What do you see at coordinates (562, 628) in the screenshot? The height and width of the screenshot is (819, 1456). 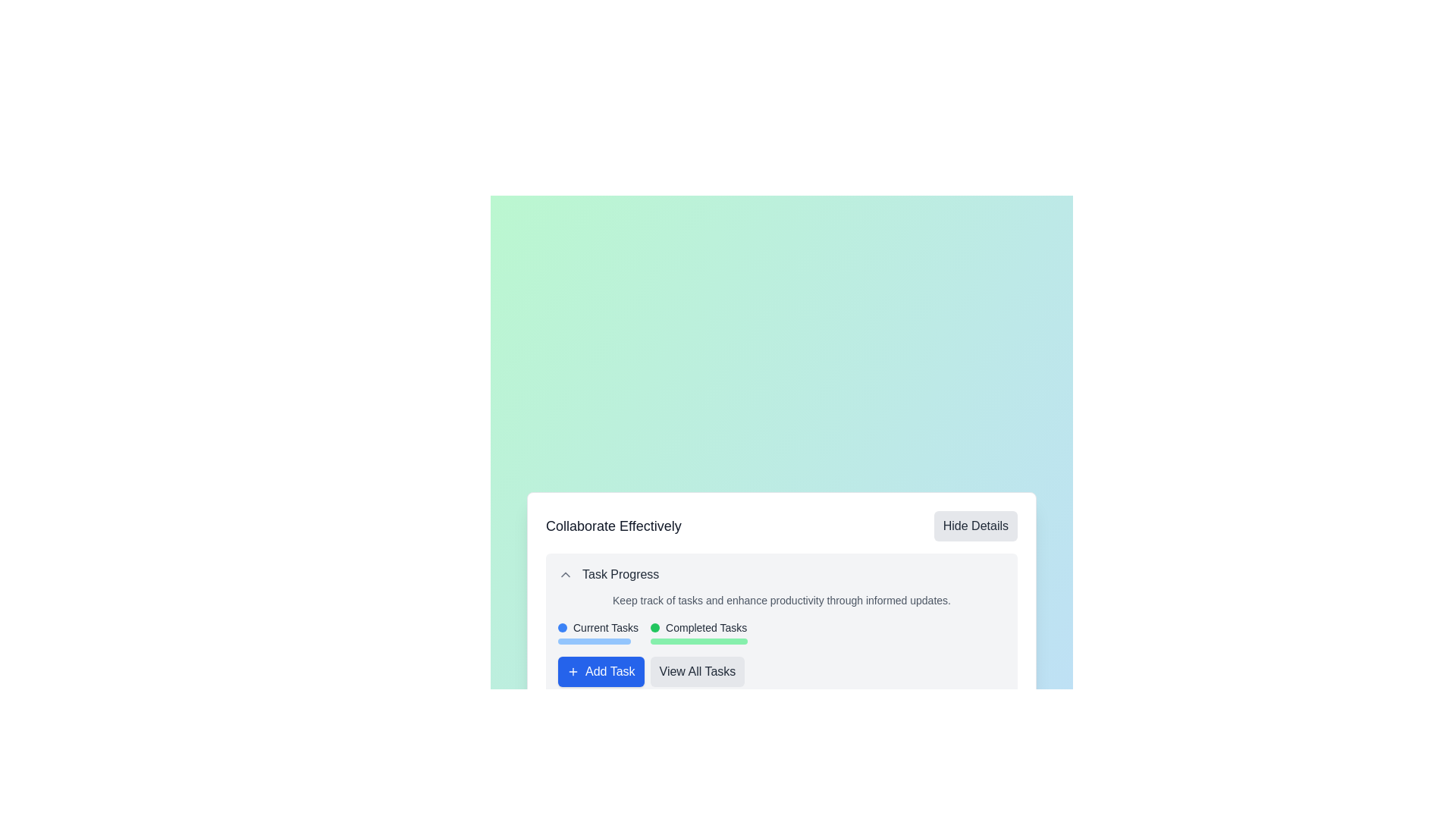 I see `icon indicator associated with the 'Current Tasks' label for its styling or attributes` at bounding box center [562, 628].